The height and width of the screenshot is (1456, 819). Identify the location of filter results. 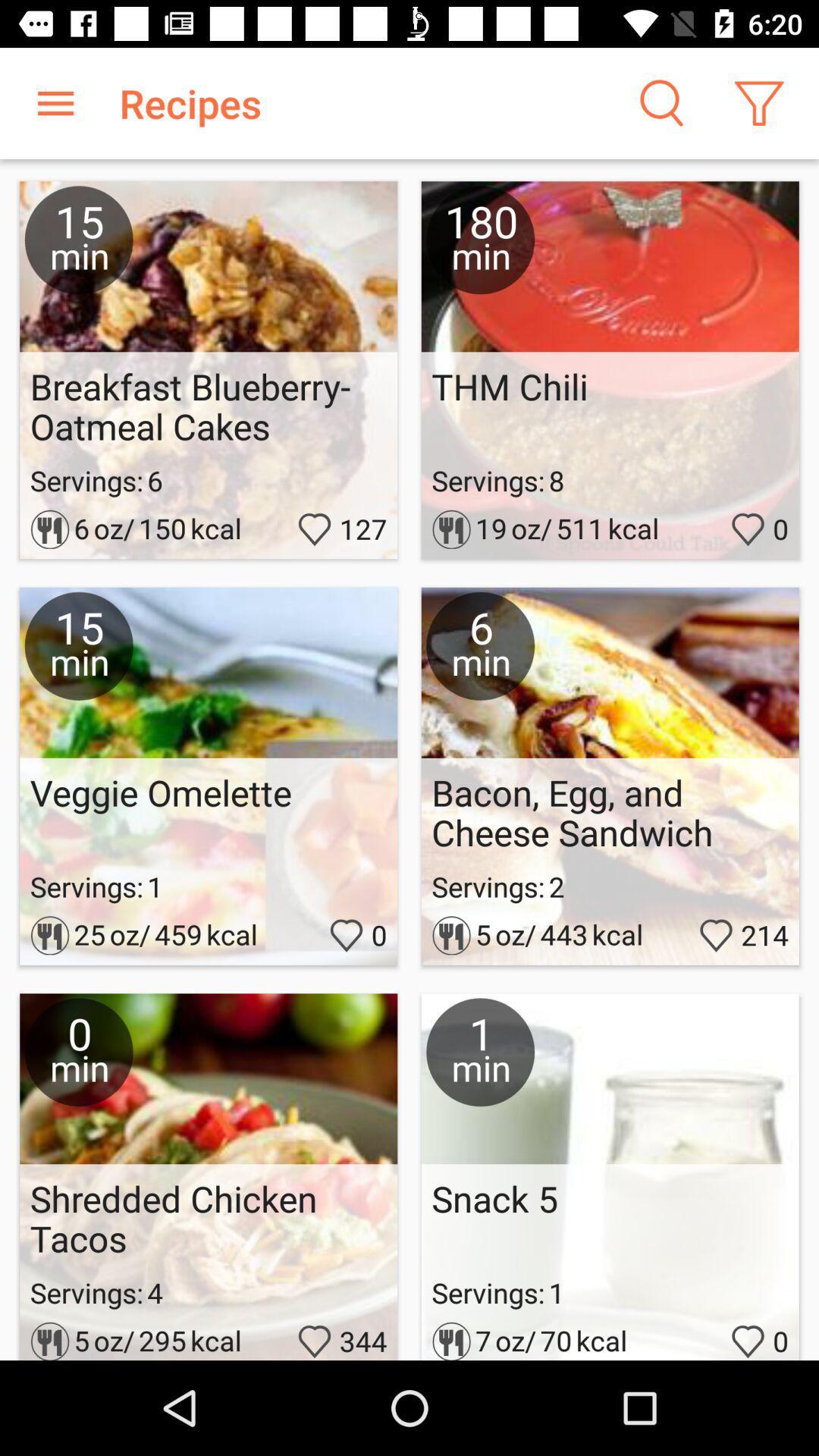
(759, 102).